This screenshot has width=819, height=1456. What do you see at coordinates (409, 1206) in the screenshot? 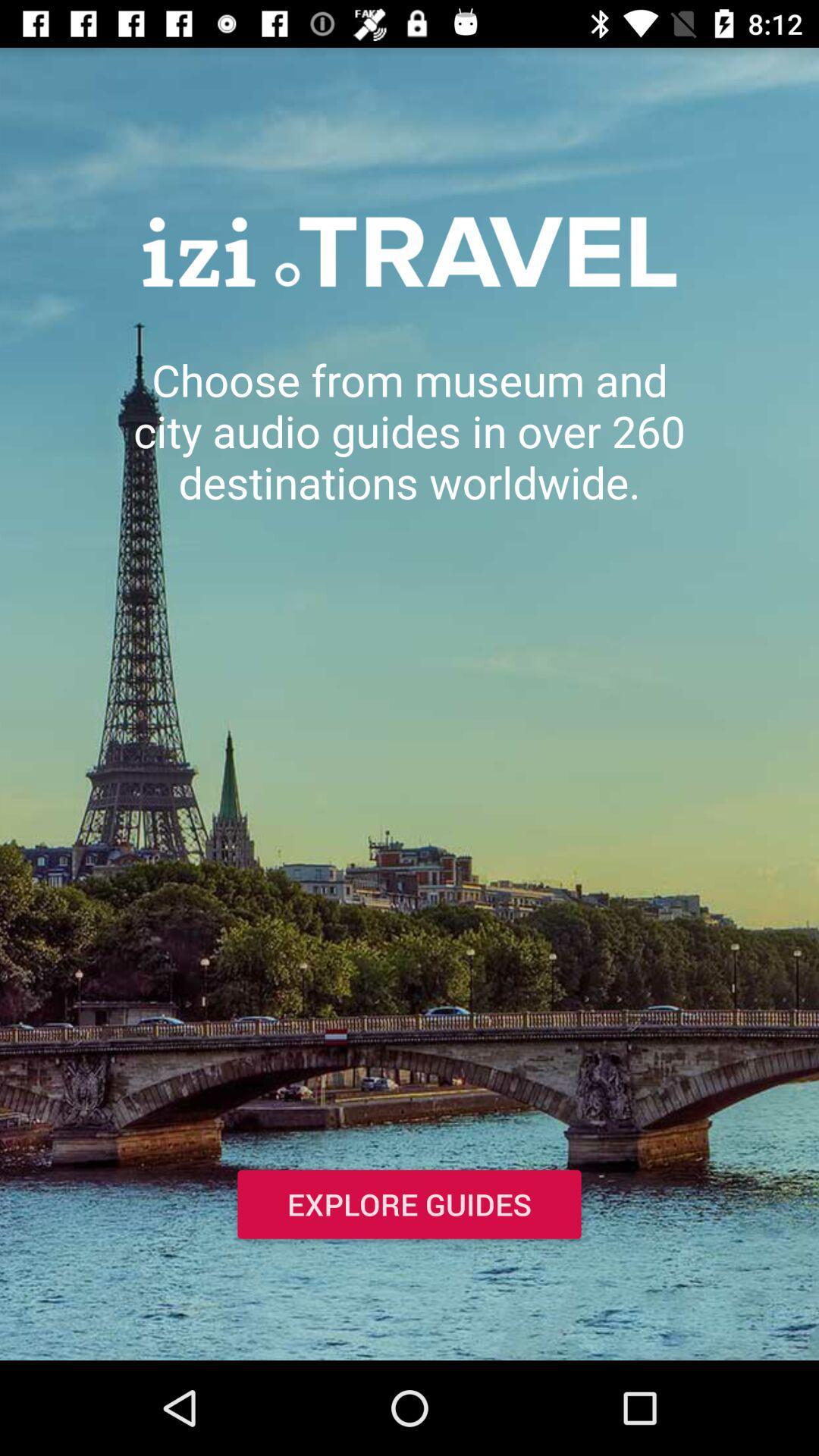
I see `explore guides icon` at bounding box center [409, 1206].